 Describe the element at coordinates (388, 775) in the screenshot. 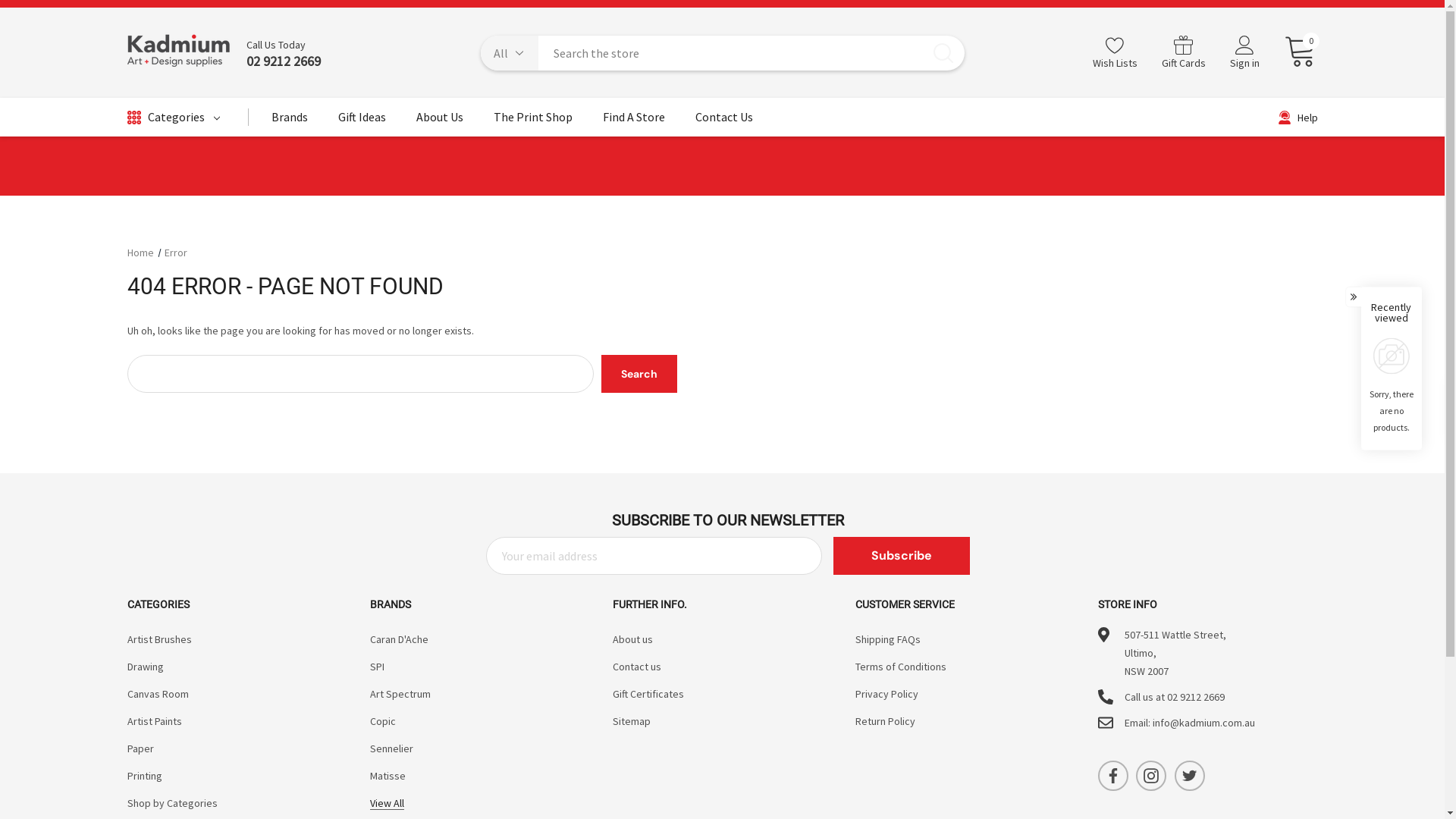

I see `'Matisse'` at that location.